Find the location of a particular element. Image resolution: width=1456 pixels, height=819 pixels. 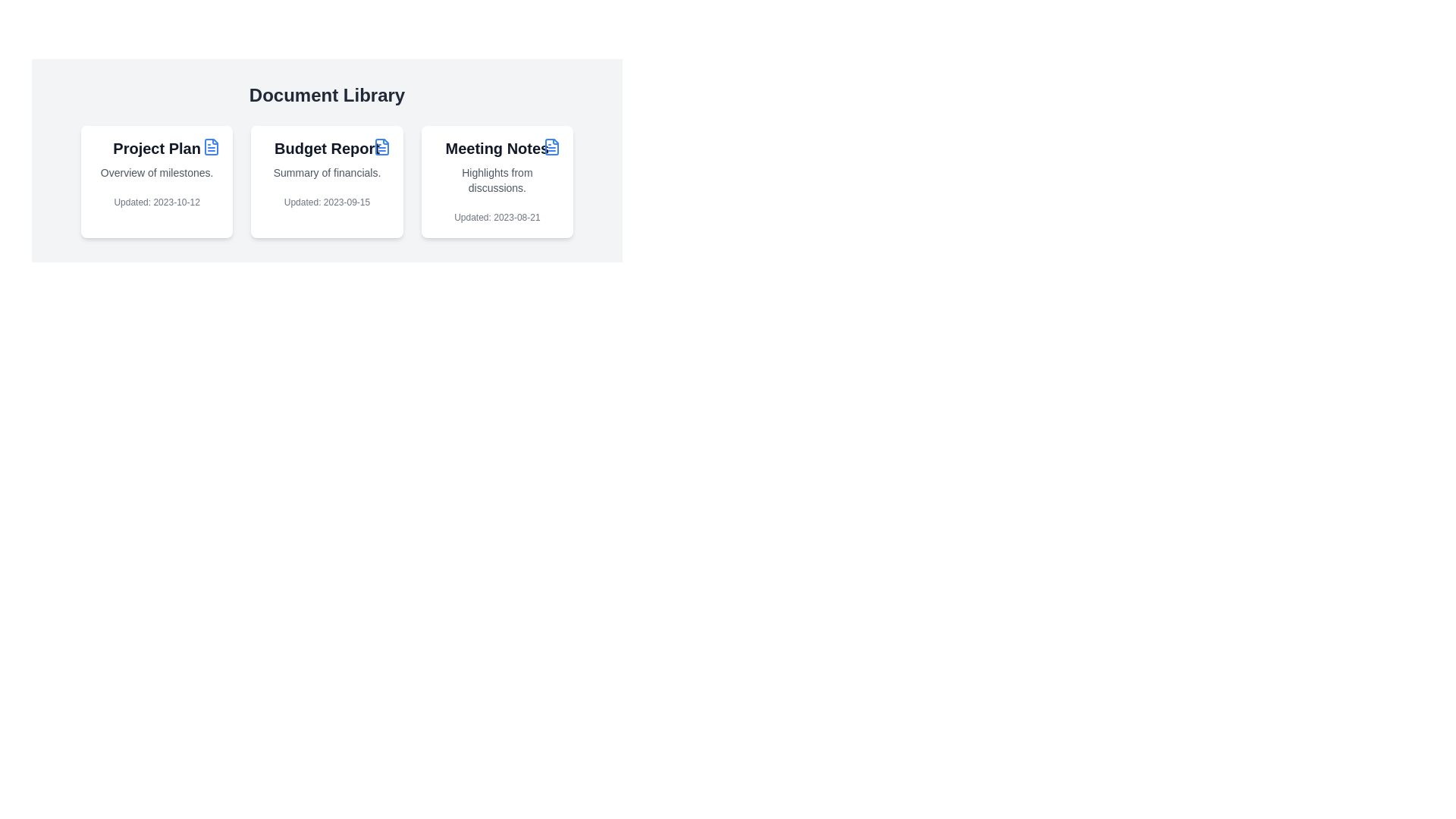

contents of the Card displaying meeting notes, which is the third item in a row of three cards in the grid layout, located in the bottom-right corner of the grid's content is located at coordinates (497, 180).